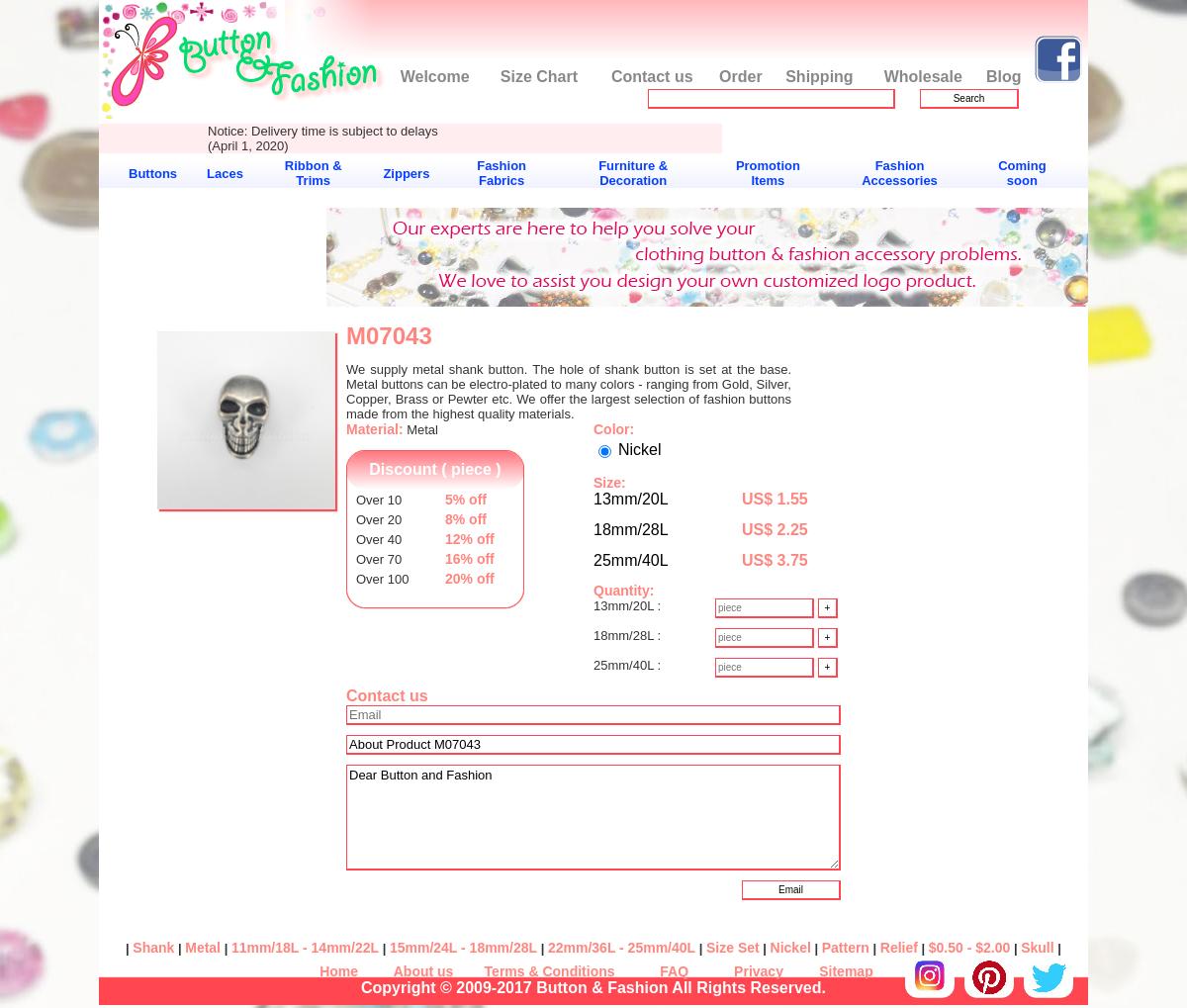 This screenshot has height=1008, width=1187. What do you see at coordinates (630, 529) in the screenshot?
I see `'18mm/28L'` at bounding box center [630, 529].